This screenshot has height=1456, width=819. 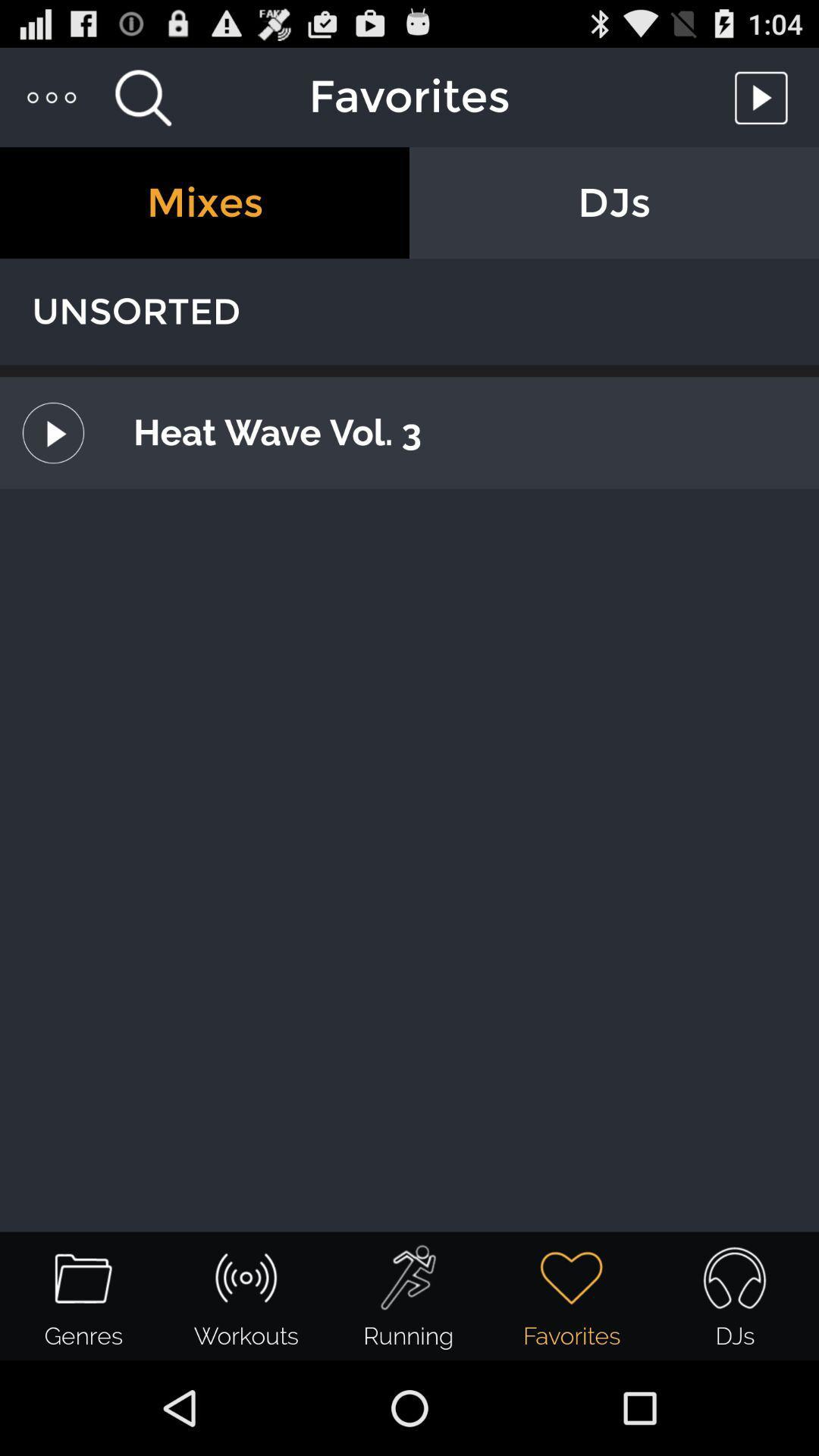 I want to click on toggle, so click(x=765, y=96).